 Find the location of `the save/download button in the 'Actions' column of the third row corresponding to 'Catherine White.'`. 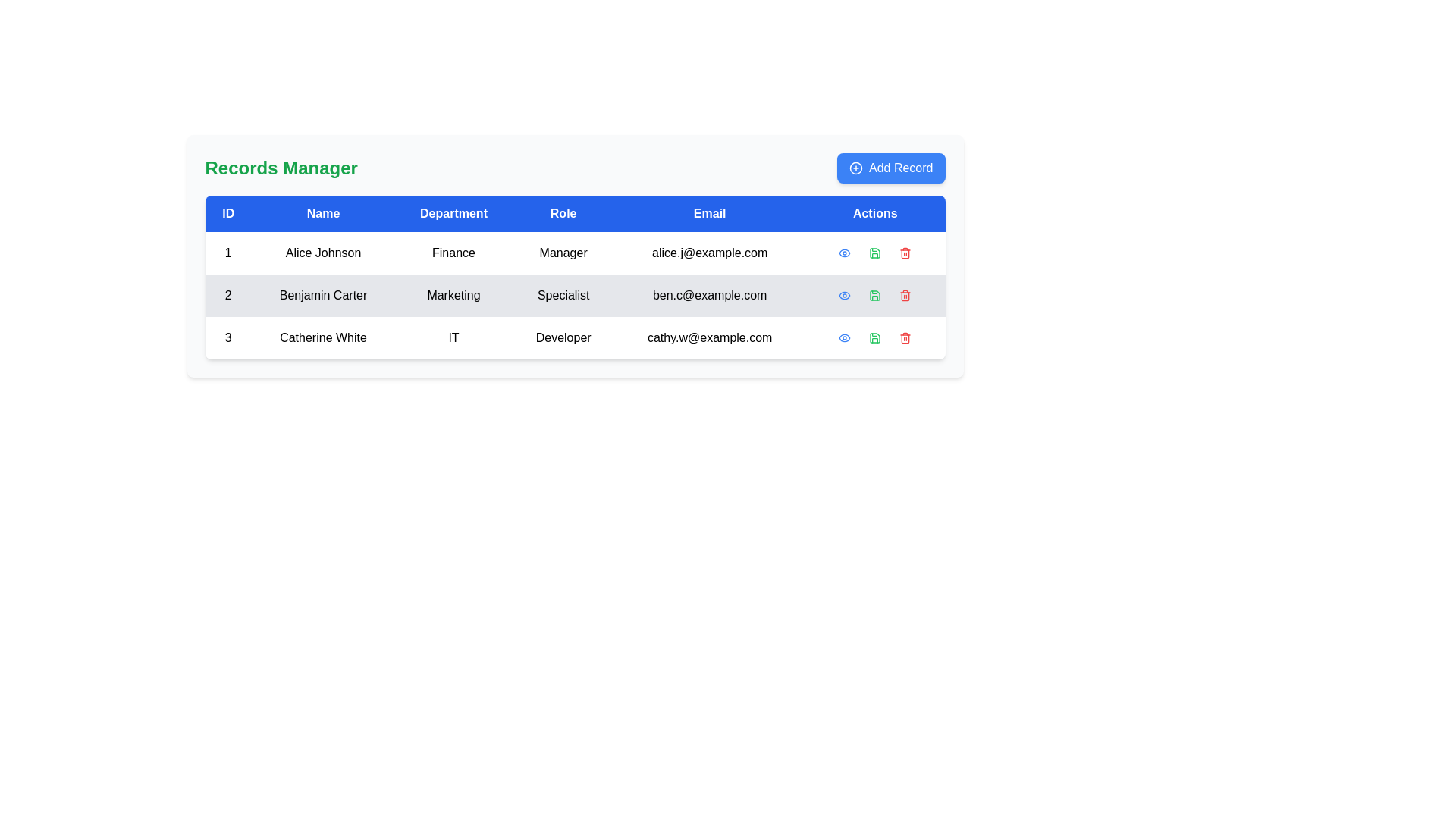

the save/download button in the 'Actions' column of the third row corresponding to 'Catherine White.' is located at coordinates (875, 337).